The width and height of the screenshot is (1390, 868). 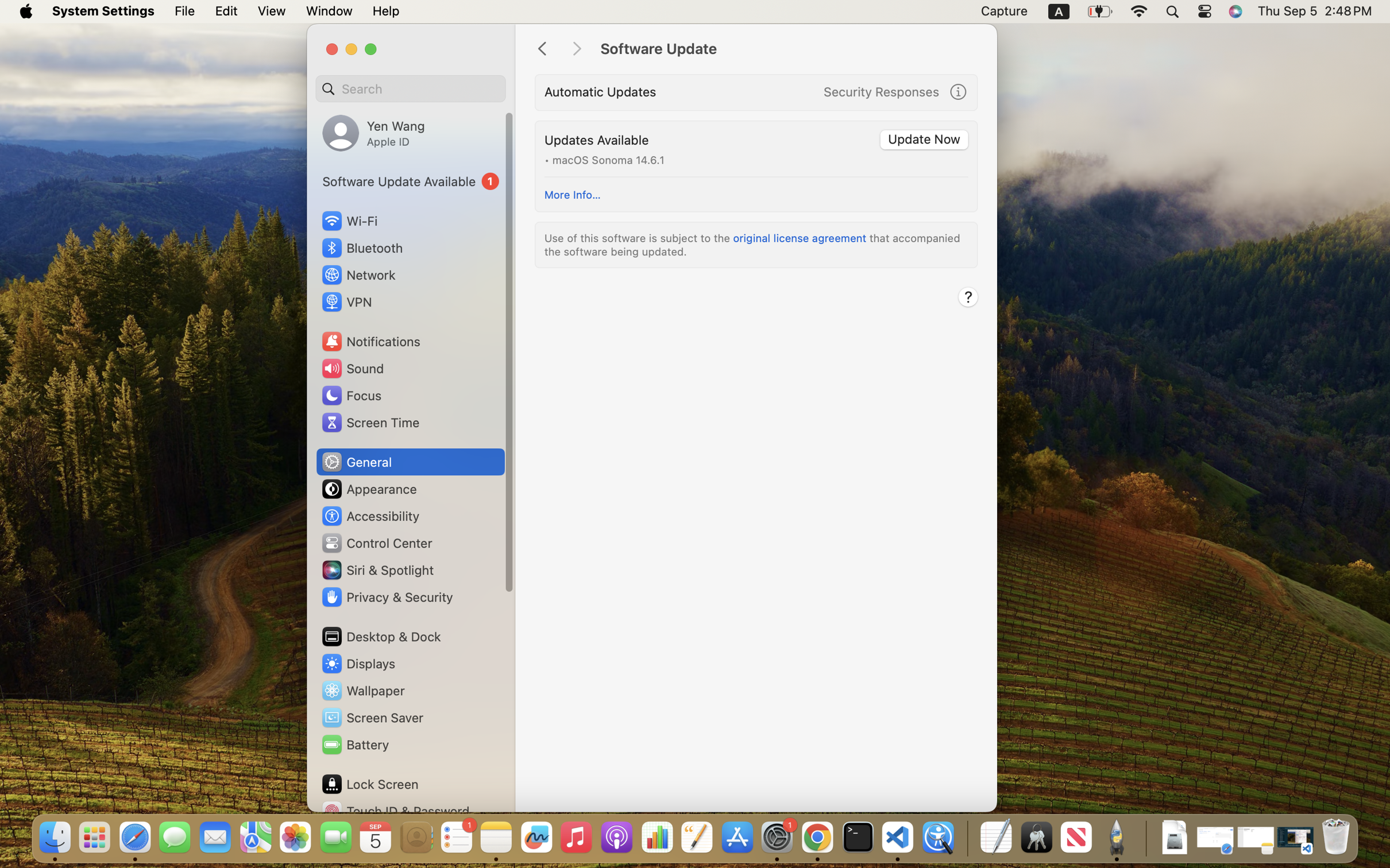 What do you see at coordinates (355, 461) in the screenshot?
I see `'General'` at bounding box center [355, 461].